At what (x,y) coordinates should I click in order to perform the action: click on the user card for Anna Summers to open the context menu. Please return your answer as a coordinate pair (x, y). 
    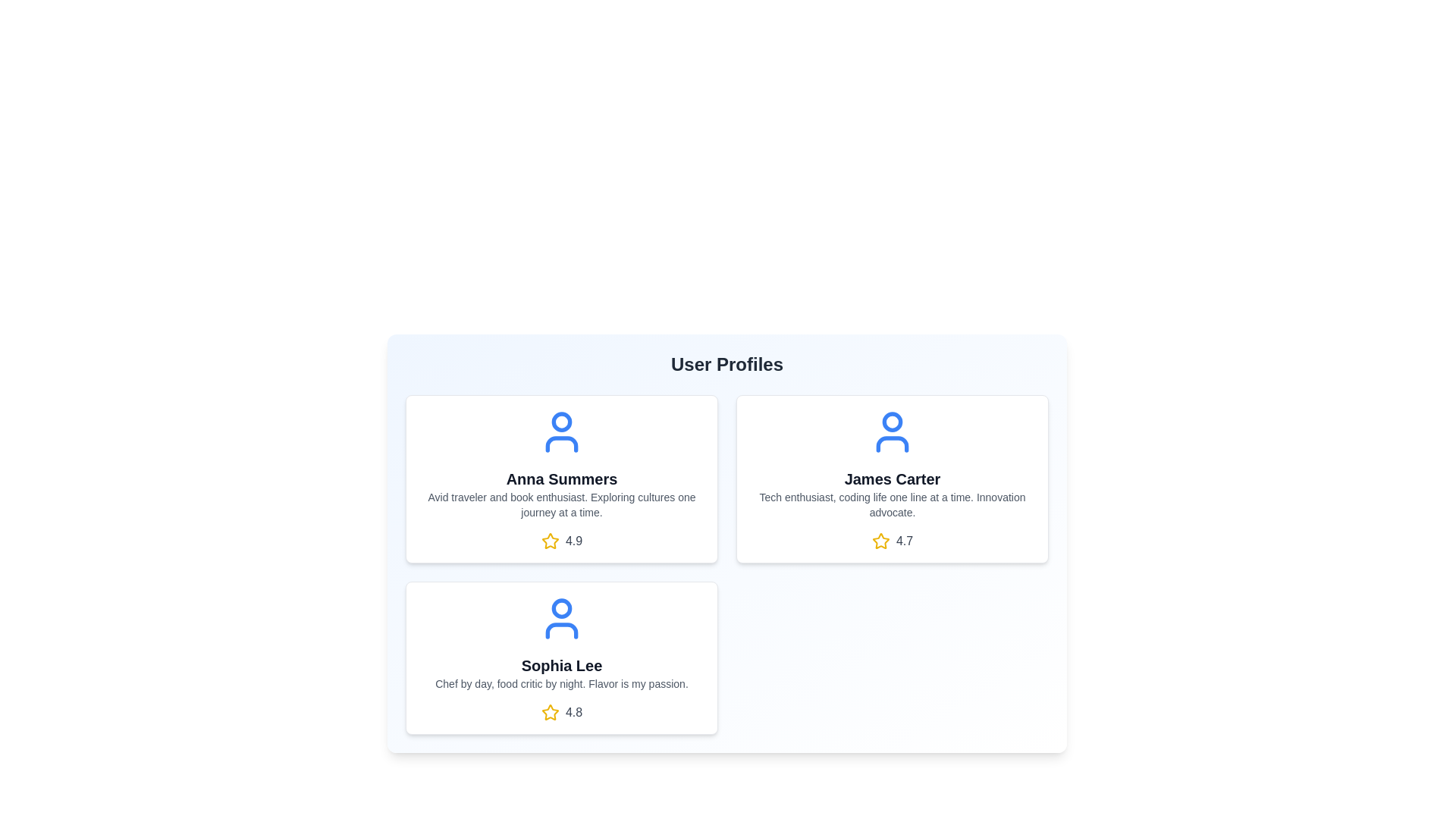
    Looking at the image, I should click on (560, 479).